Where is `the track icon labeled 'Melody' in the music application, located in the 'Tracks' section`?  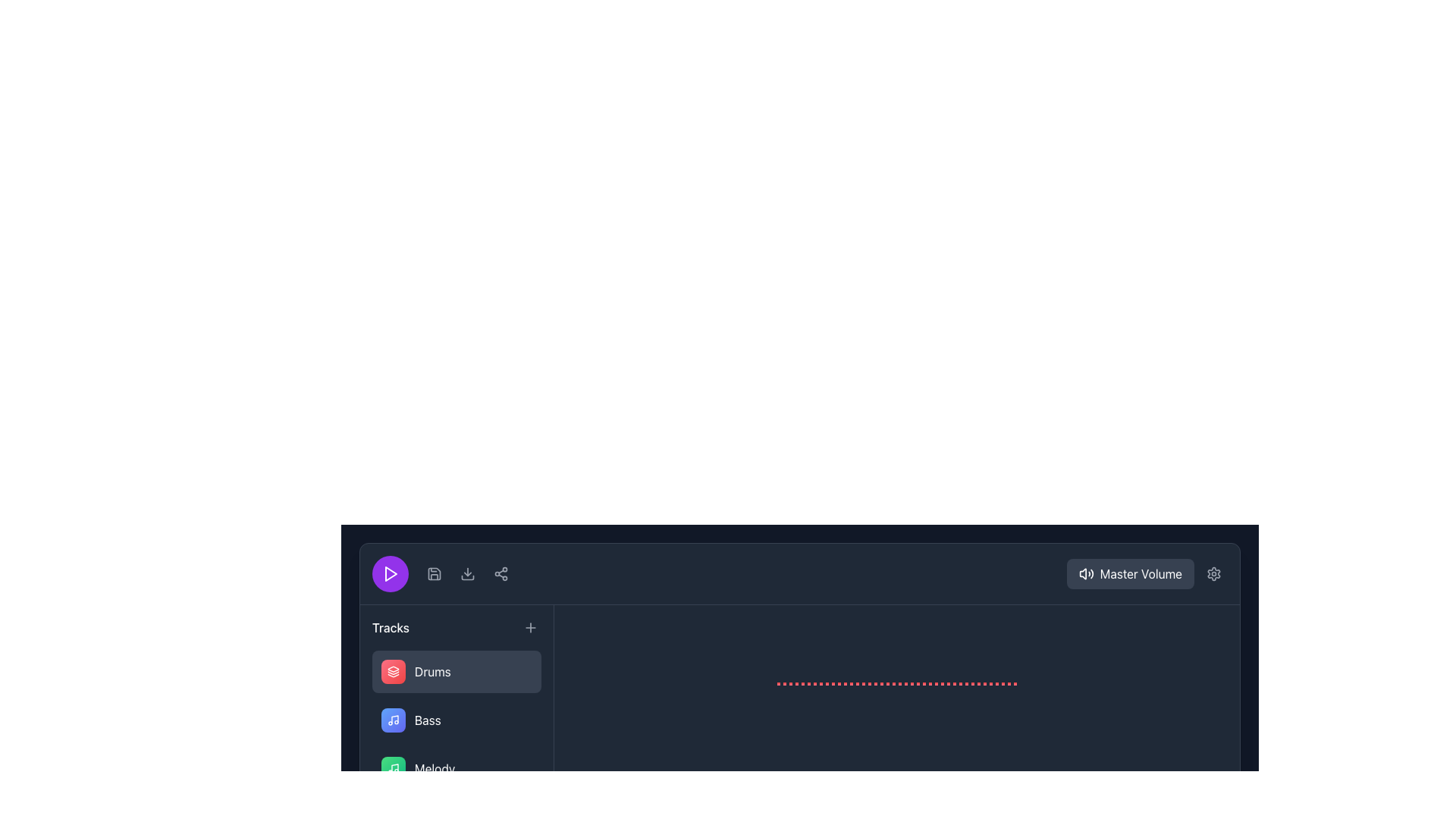 the track icon labeled 'Melody' in the music application, located in the 'Tracks' section is located at coordinates (393, 769).